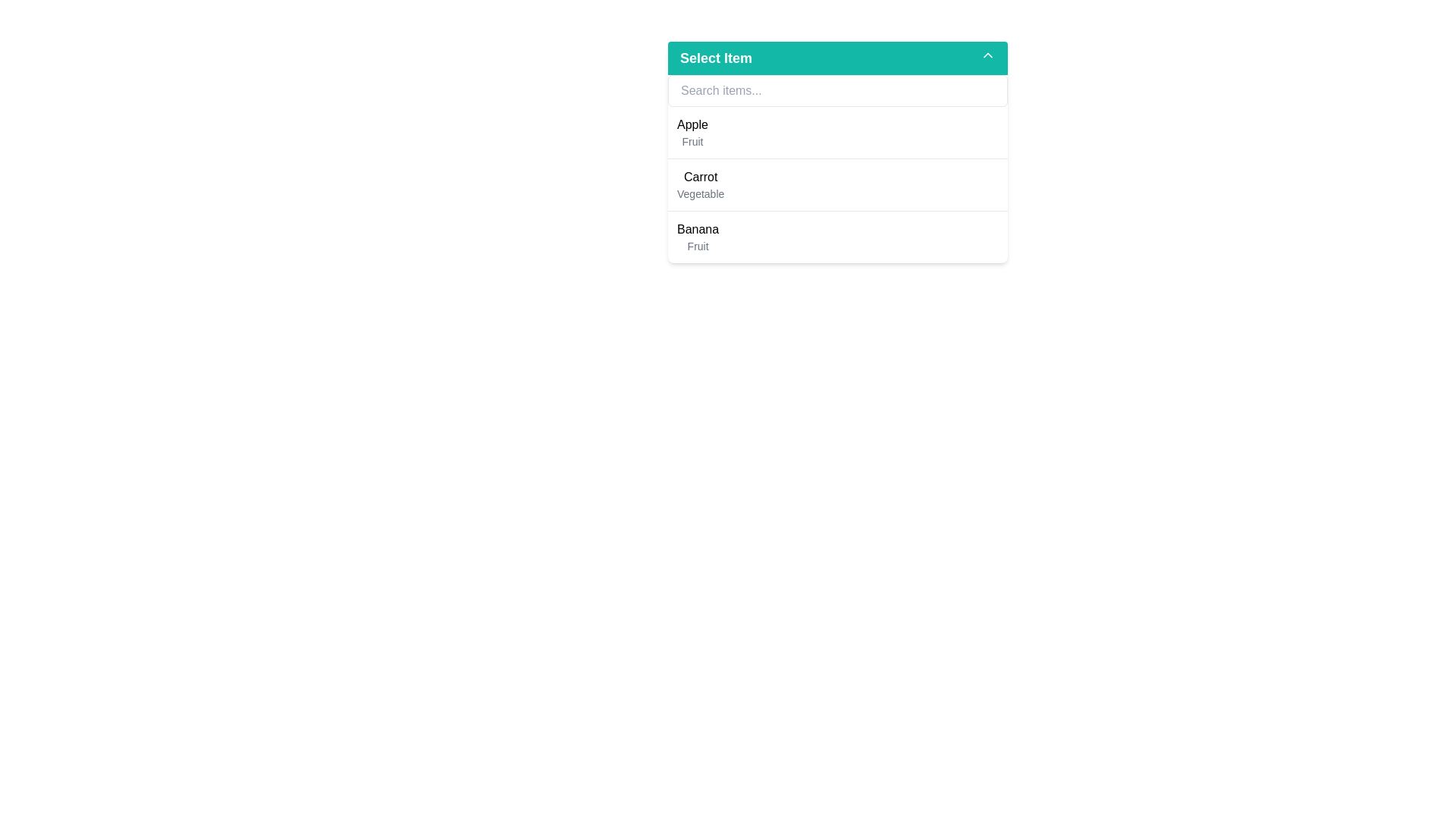 Image resolution: width=1456 pixels, height=819 pixels. Describe the element at coordinates (836, 131) in the screenshot. I see `the first selectable option in the dropdown list, located directly below the search bar` at that location.